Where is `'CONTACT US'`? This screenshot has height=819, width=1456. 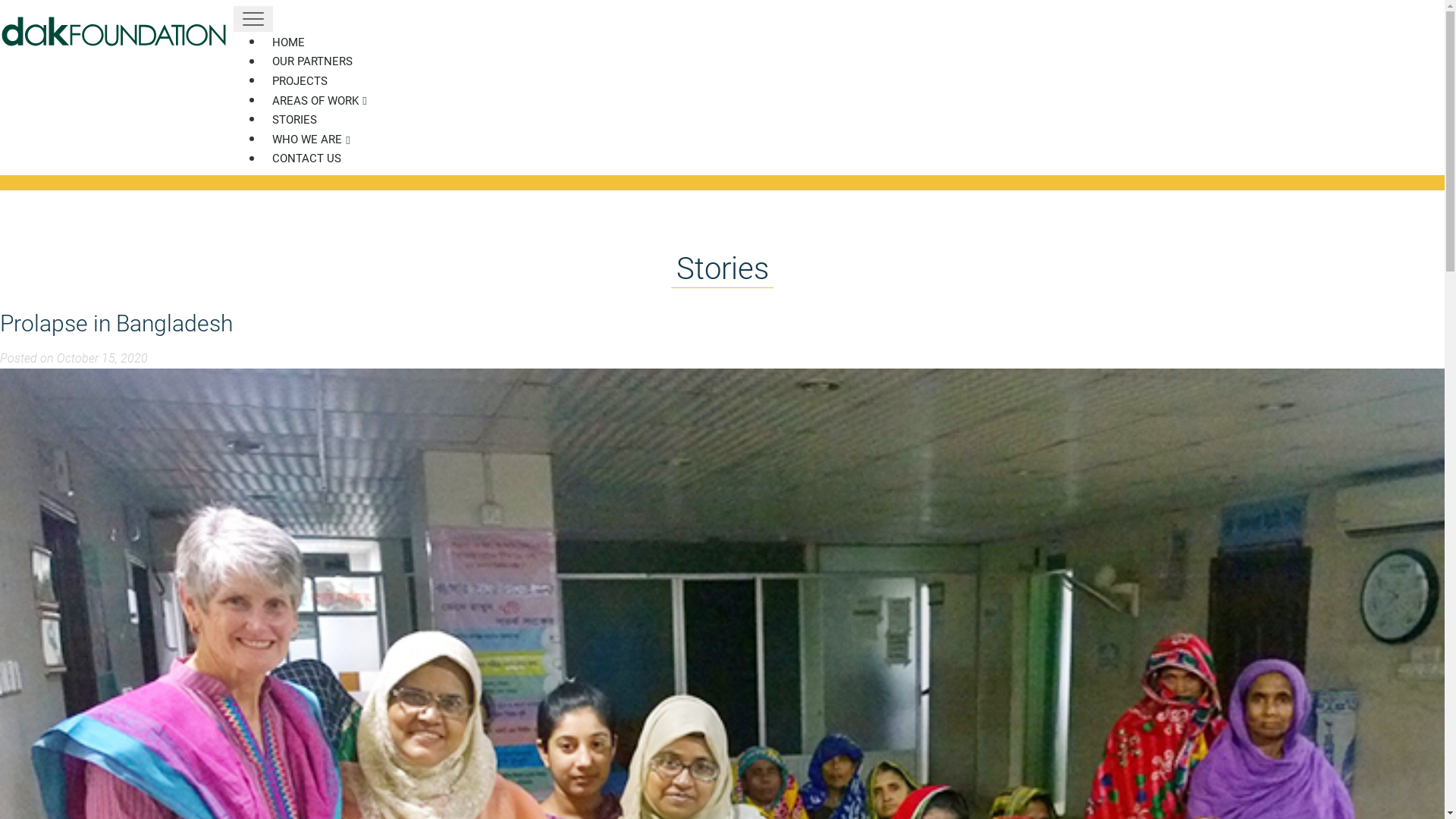
'CONTACT US' is located at coordinates (306, 158).